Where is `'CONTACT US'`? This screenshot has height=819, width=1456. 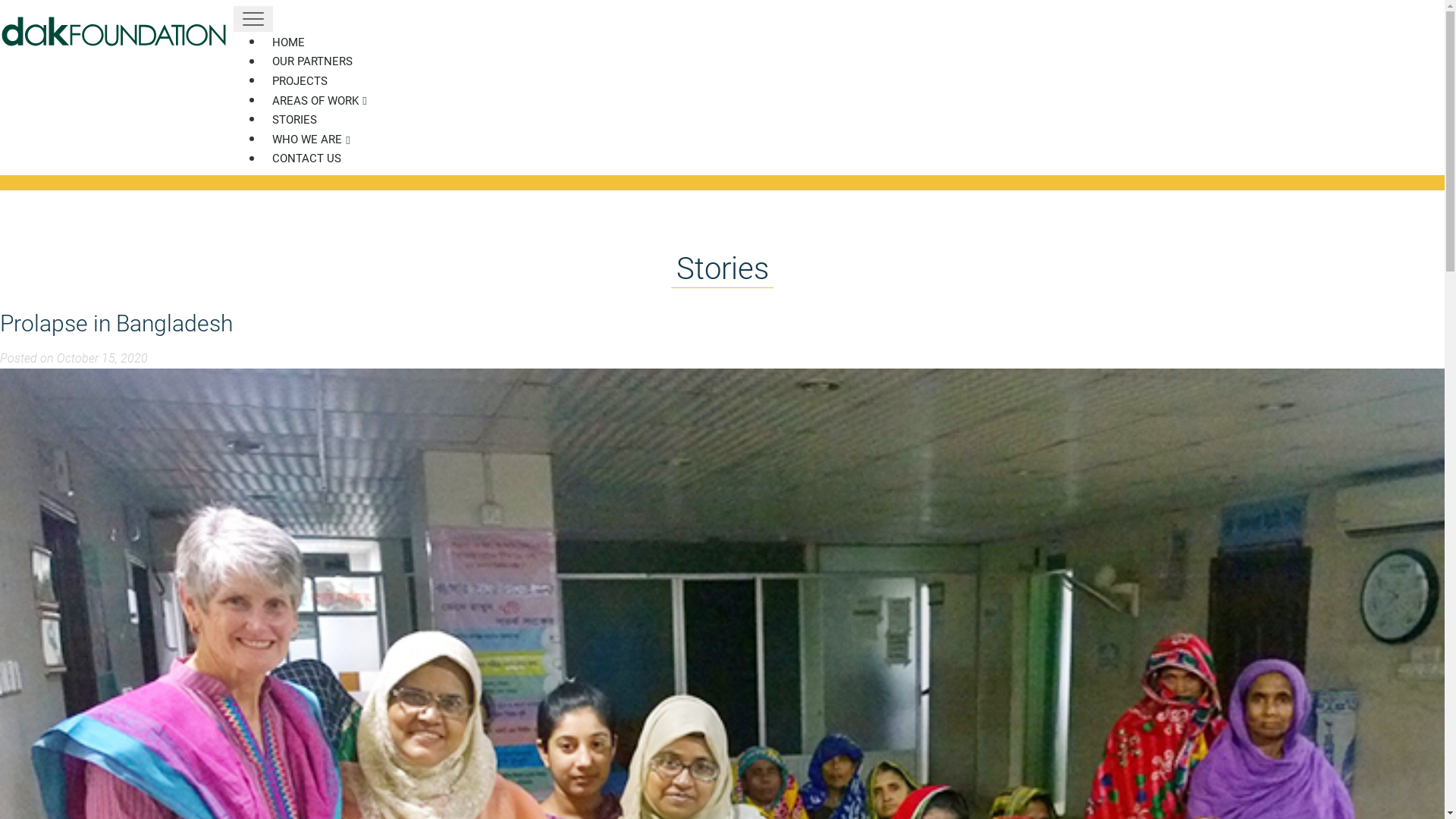
'CONTACT US' is located at coordinates (306, 158).